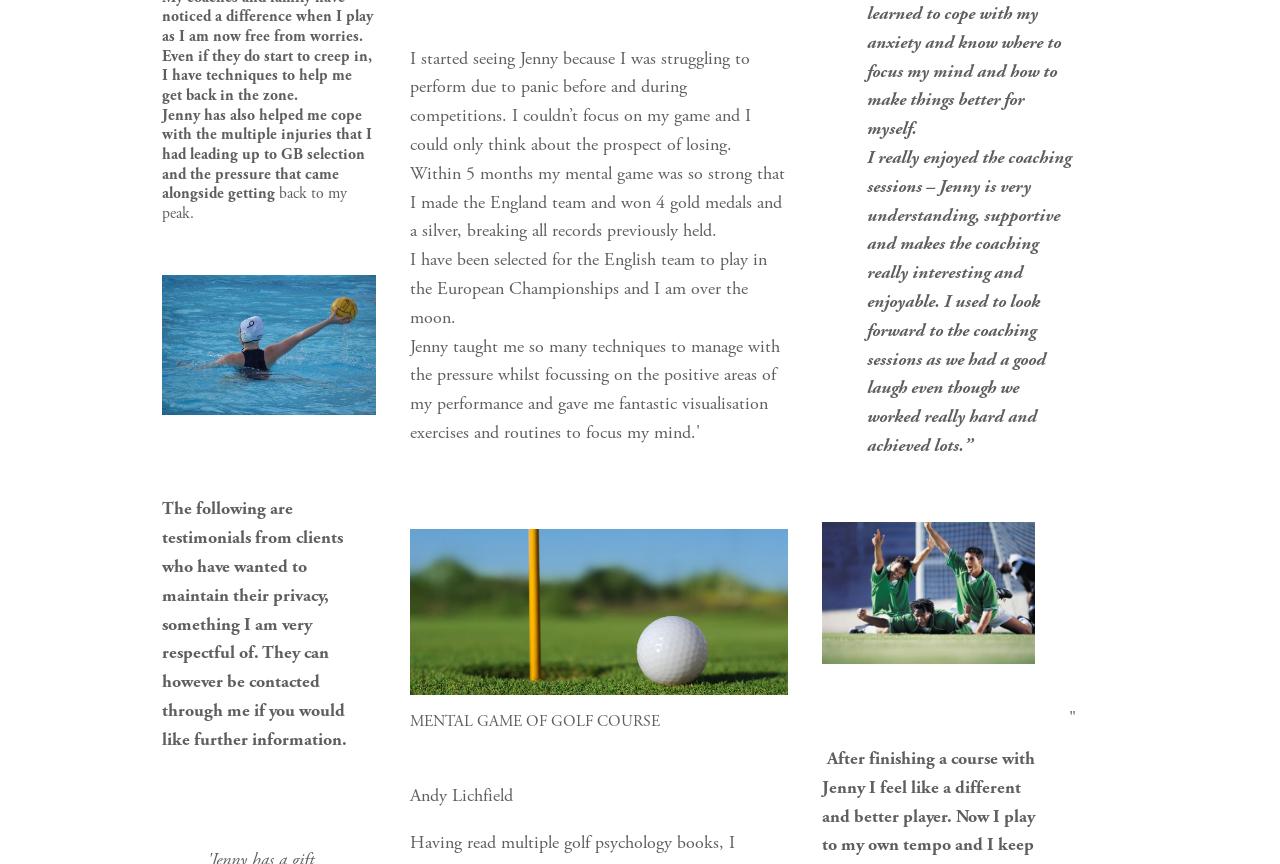 This screenshot has height=864, width=1280. What do you see at coordinates (255, 202) in the screenshot?
I see `'back to my peak.'` at bounding box center [255, 202].